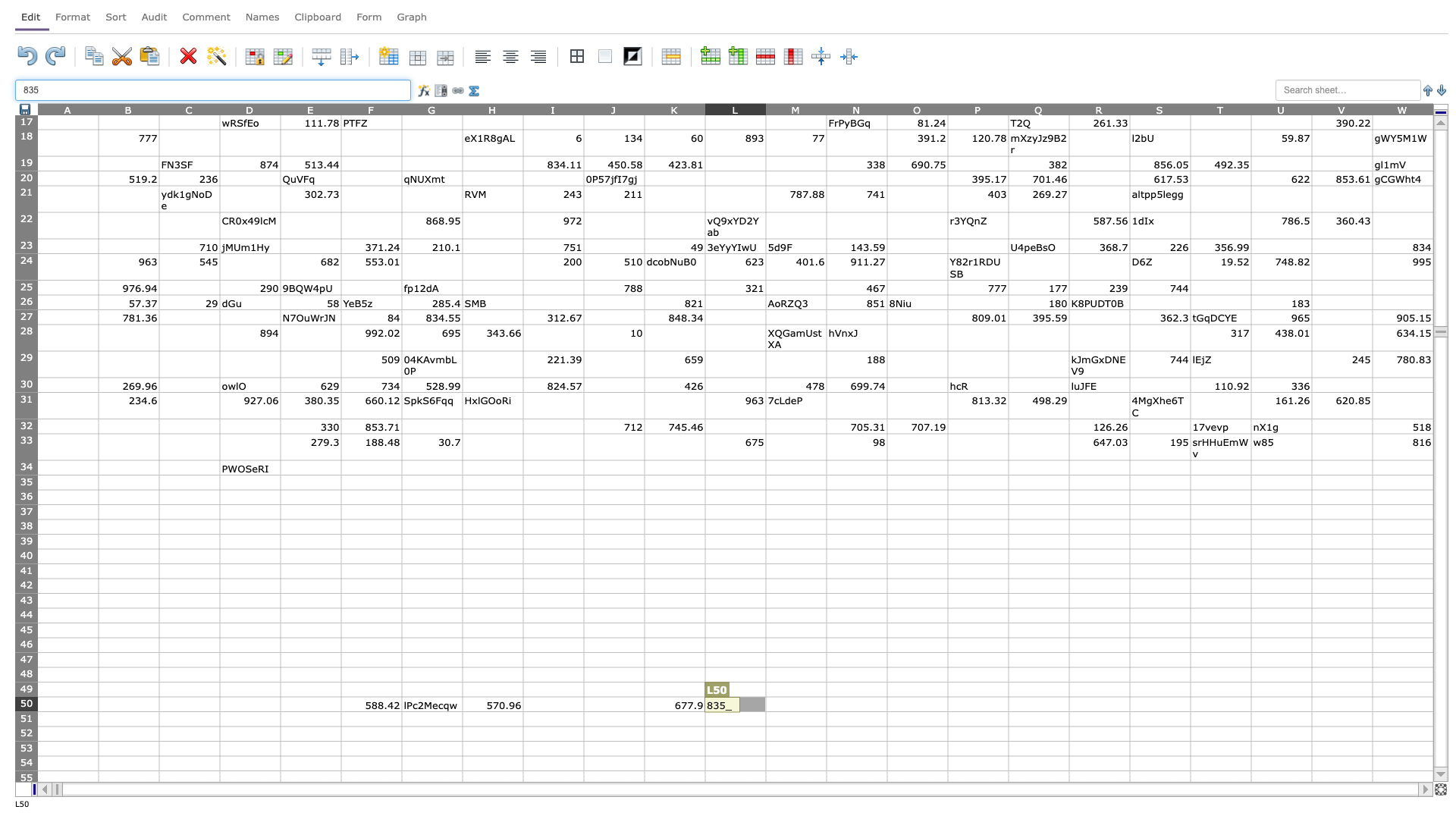  Describe the element at coordinates (825, 696) in the screenshot. I see `Top left corner of cell N-50` at that location.